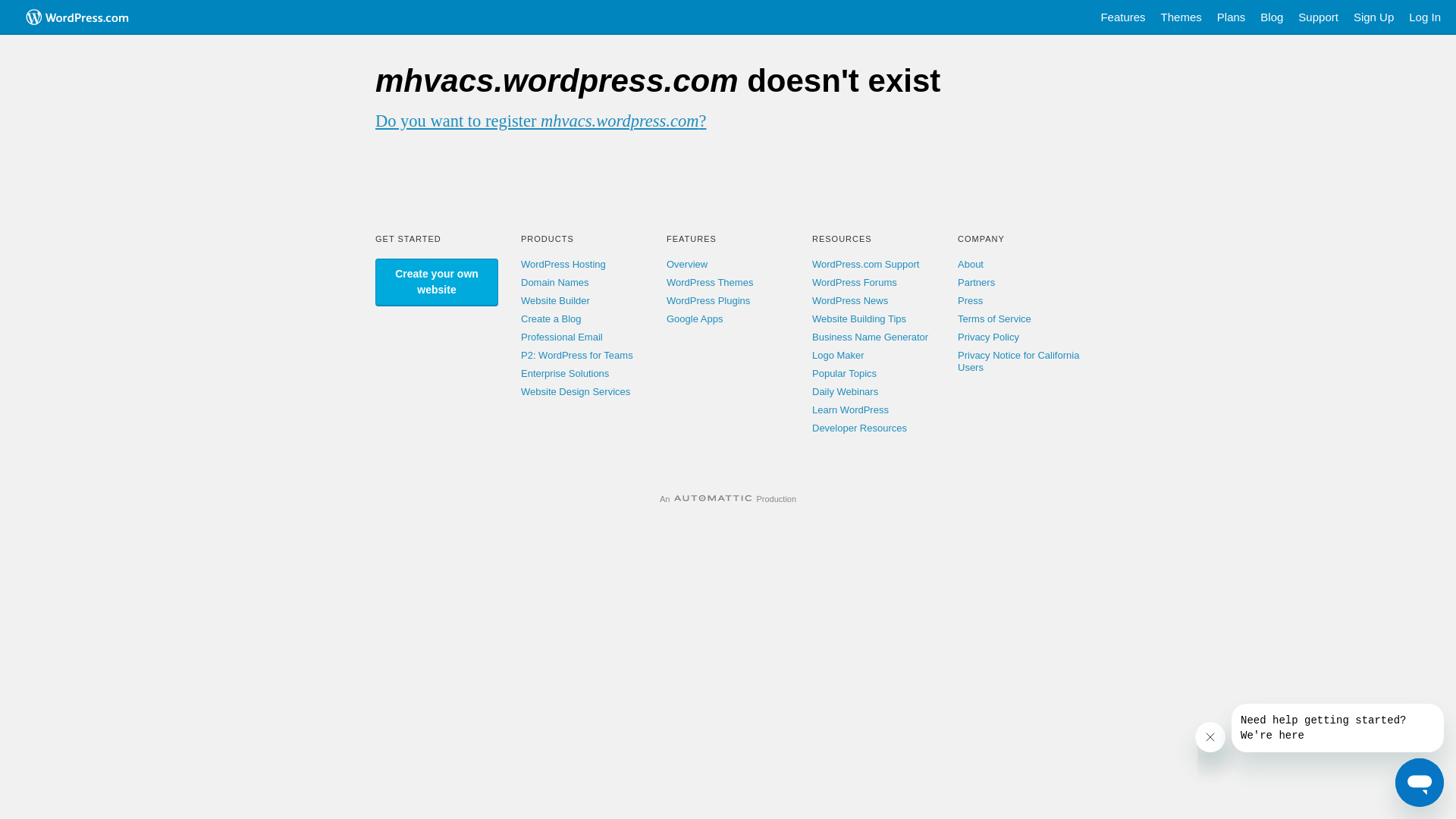 The height and width of the screenshot is (819, 1456). Describe the element at coordinates (1153, 17) in the screenshot. I see `'Themes'` at that location.